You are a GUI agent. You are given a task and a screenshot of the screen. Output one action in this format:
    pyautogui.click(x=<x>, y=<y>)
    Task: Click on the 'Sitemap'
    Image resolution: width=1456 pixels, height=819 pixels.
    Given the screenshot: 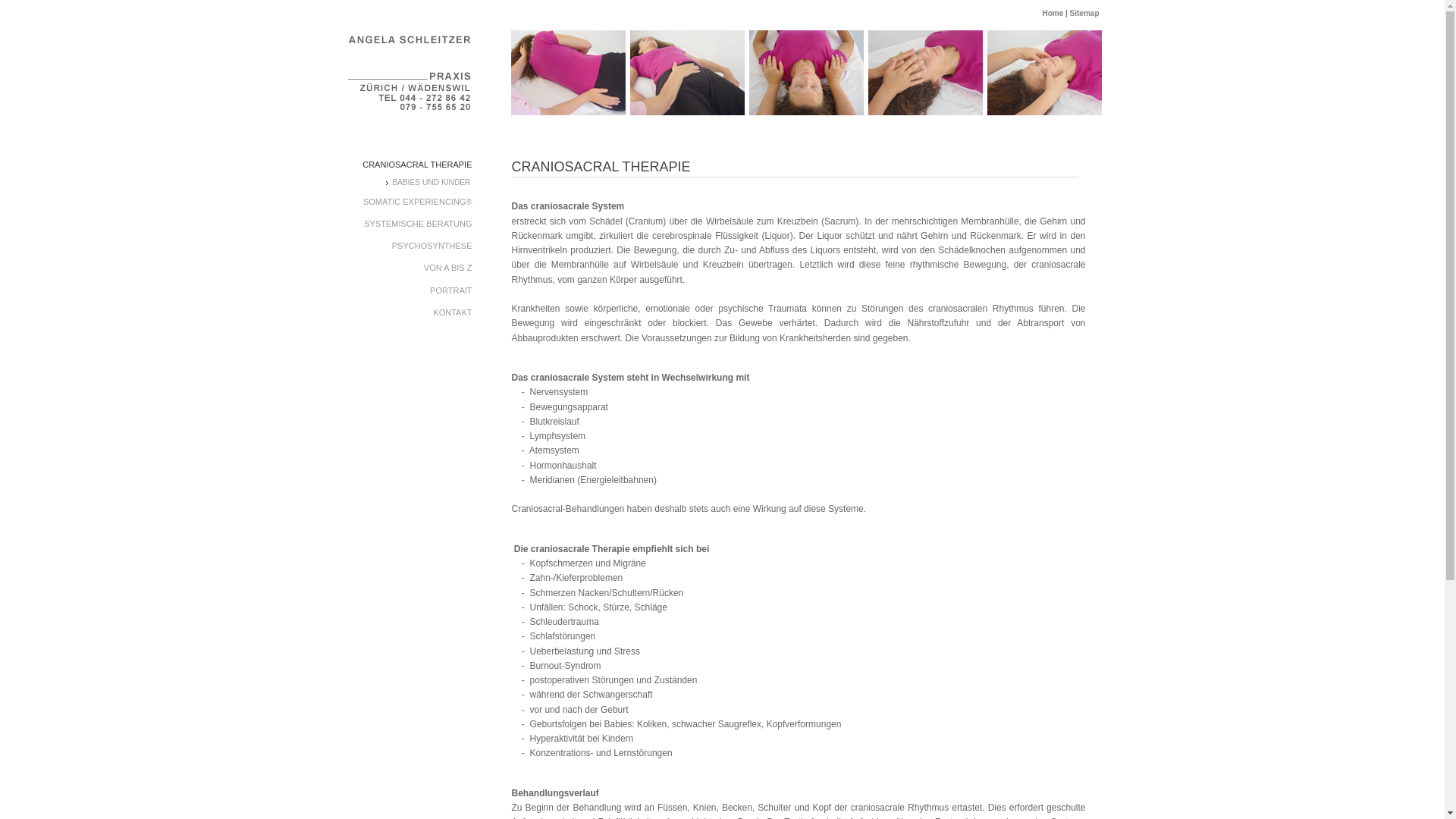 What is the action you would take?
    pyautogui.click(x=1069, y=13)
    